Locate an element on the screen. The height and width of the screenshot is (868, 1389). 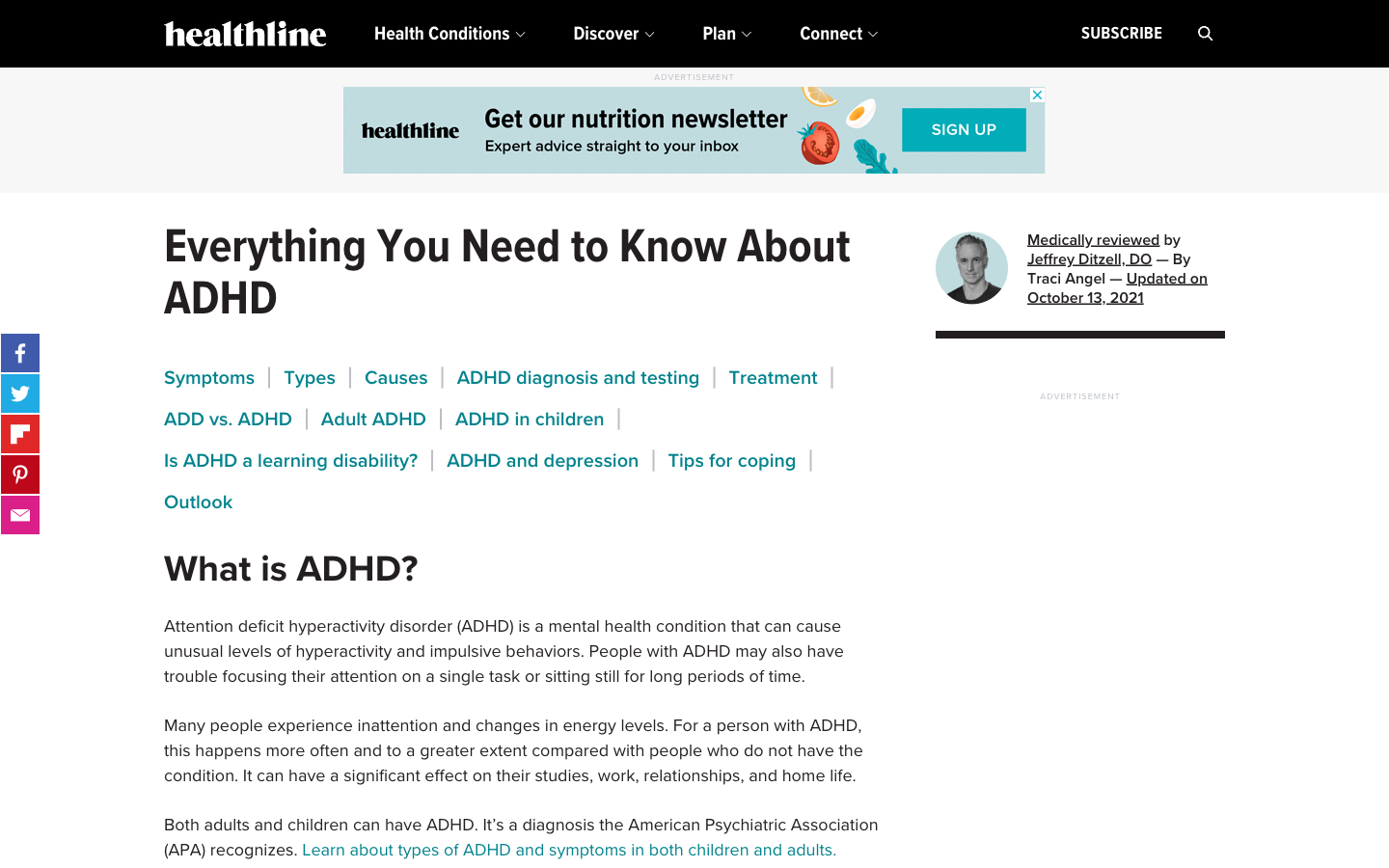
Seek for the answer if ADHD is a learning disability is located at coordinates (290, 459).